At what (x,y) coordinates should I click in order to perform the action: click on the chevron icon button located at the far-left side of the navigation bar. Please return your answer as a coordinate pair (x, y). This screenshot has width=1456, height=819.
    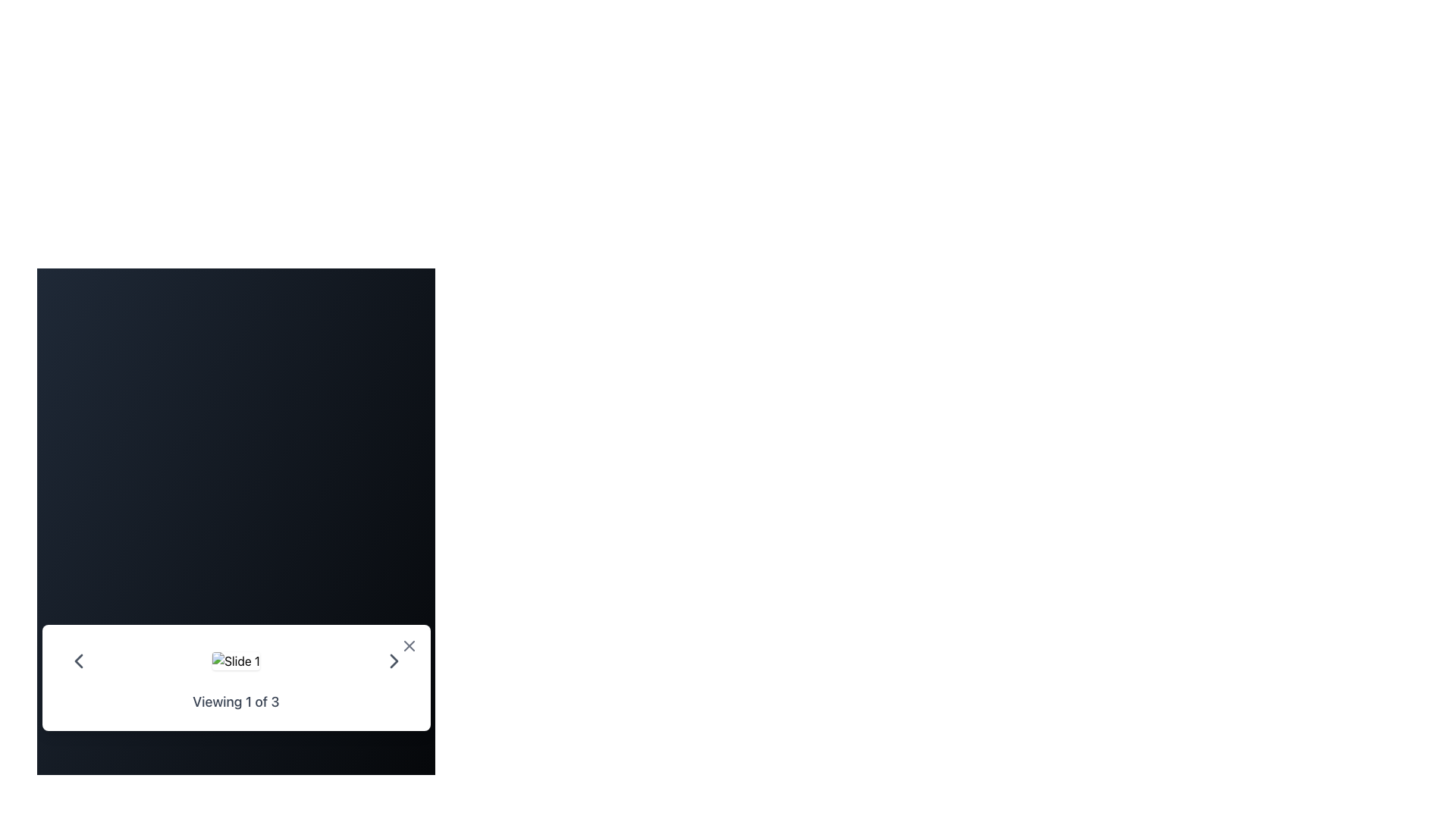
    Looking at the image, I should click on (77, 660).